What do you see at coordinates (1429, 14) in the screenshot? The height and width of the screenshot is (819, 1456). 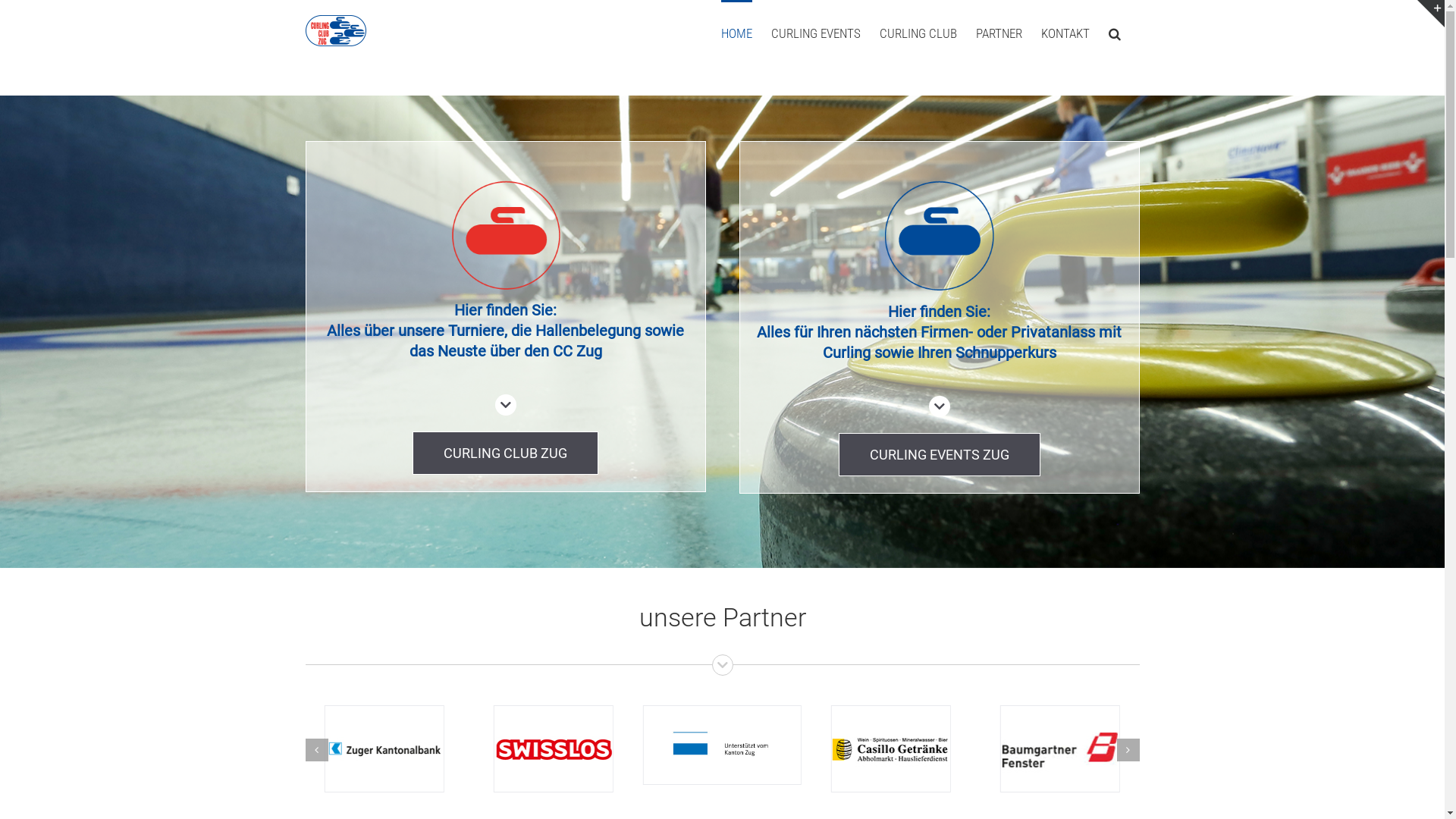 I see `'Toggle Sliding Bar Area'` at bounding box center [1429, 14].